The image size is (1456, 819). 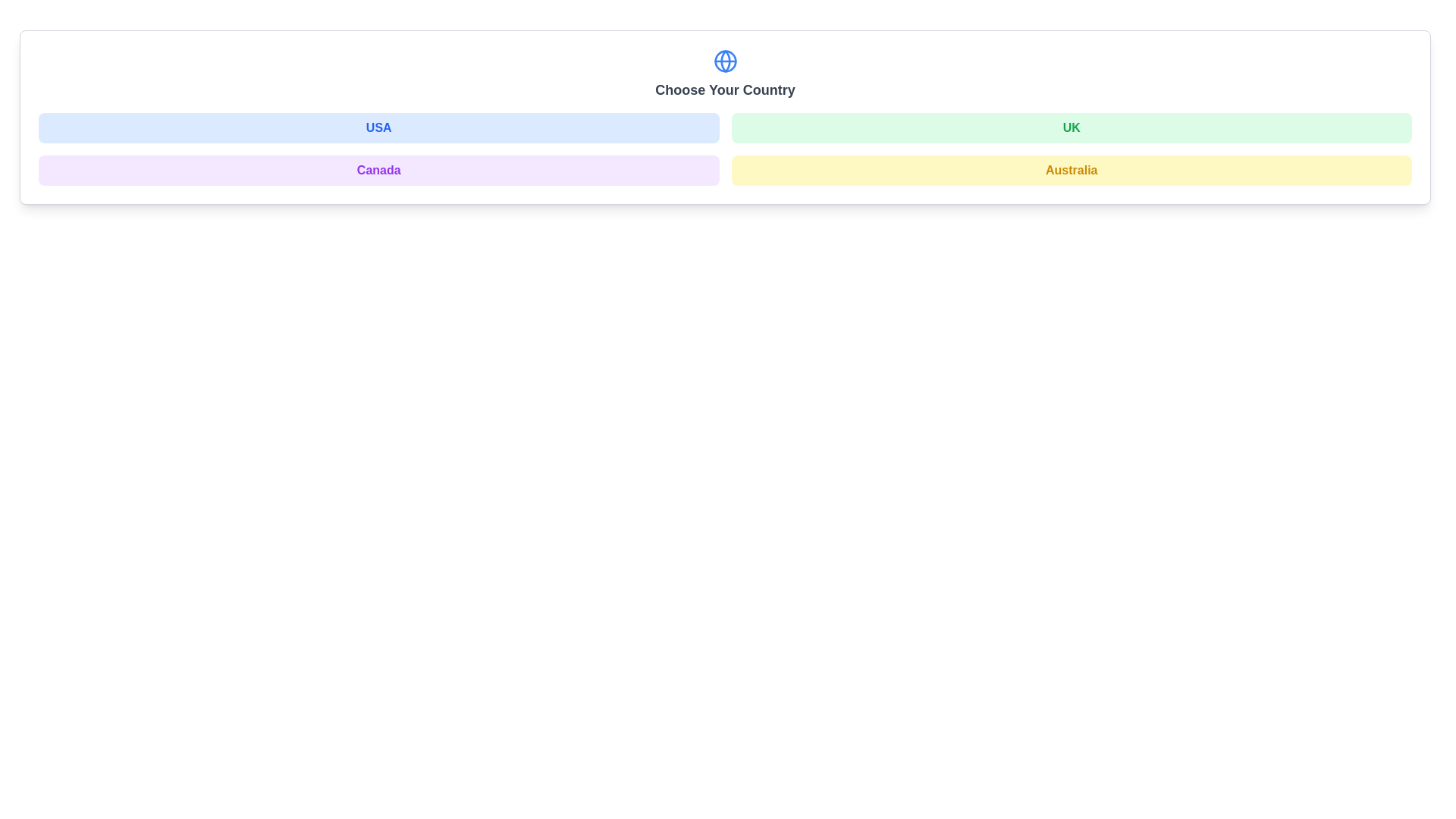 I want to click on the static text heading that instructs users to make a country selection, located centrally at the top of the country options section, so click(x=724, y=90).